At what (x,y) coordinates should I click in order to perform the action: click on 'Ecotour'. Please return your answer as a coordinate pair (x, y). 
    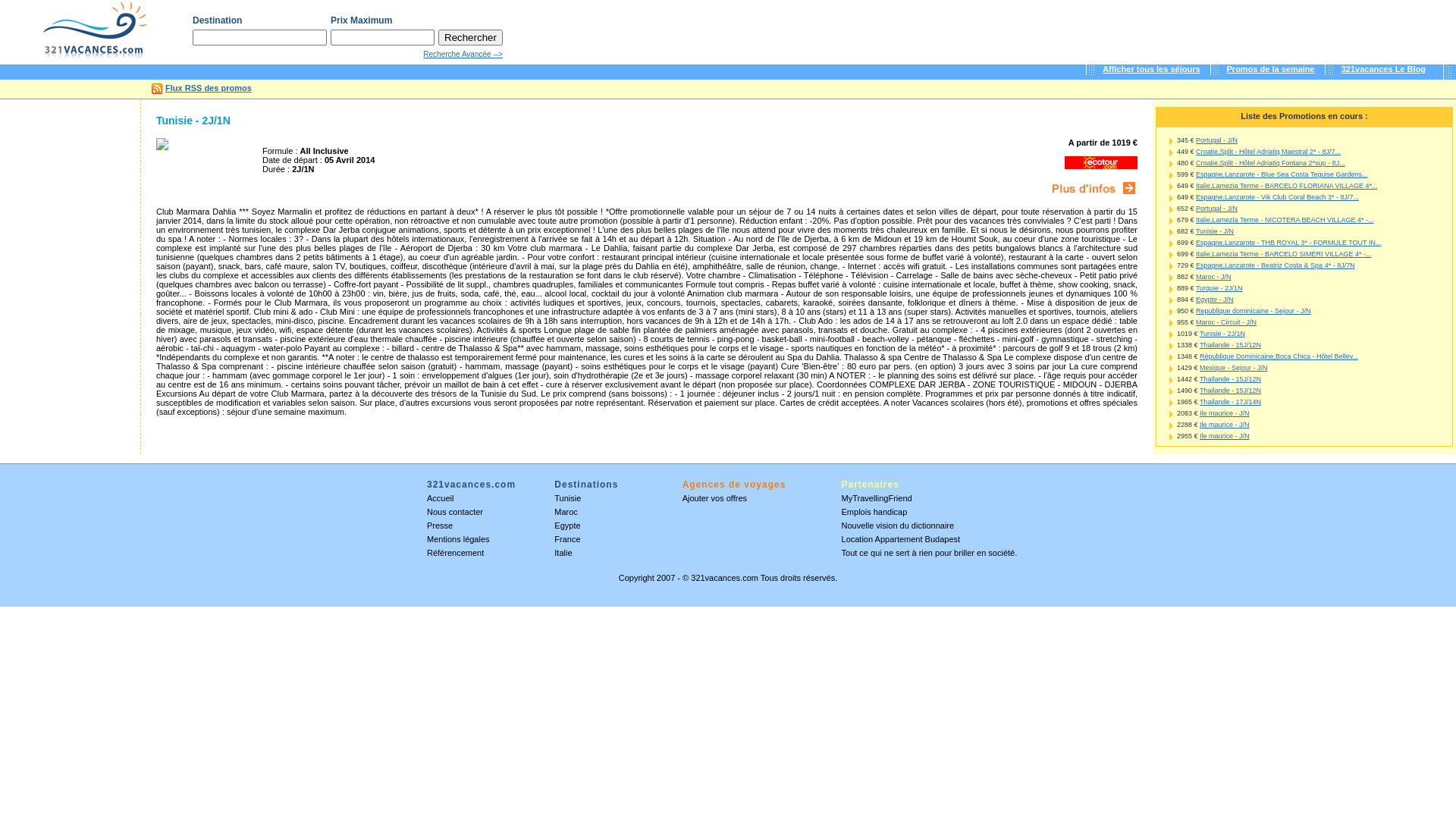
    Looking at the image, I should click on (1093, 187).